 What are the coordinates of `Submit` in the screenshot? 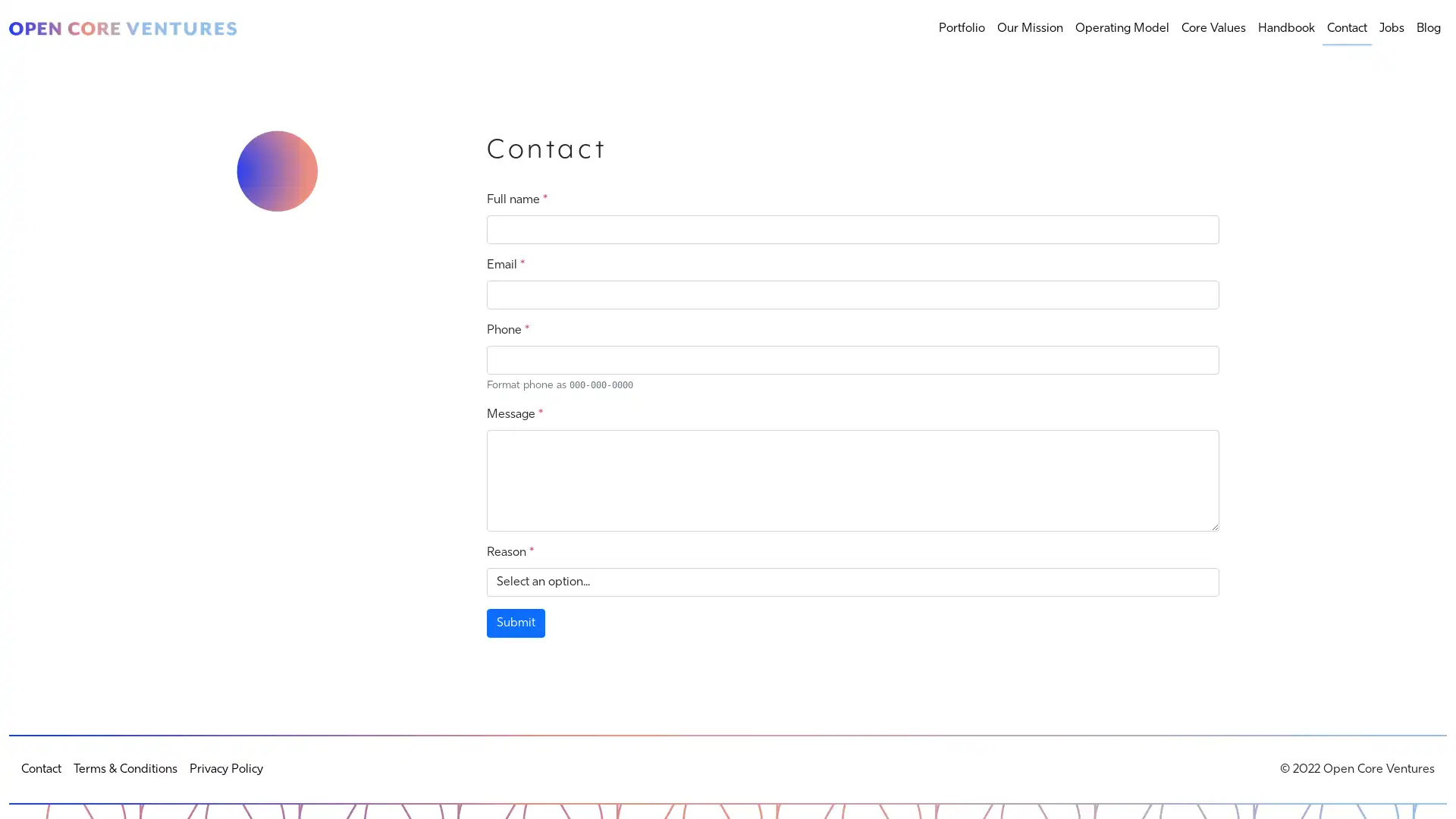 It's located at (516, 623).